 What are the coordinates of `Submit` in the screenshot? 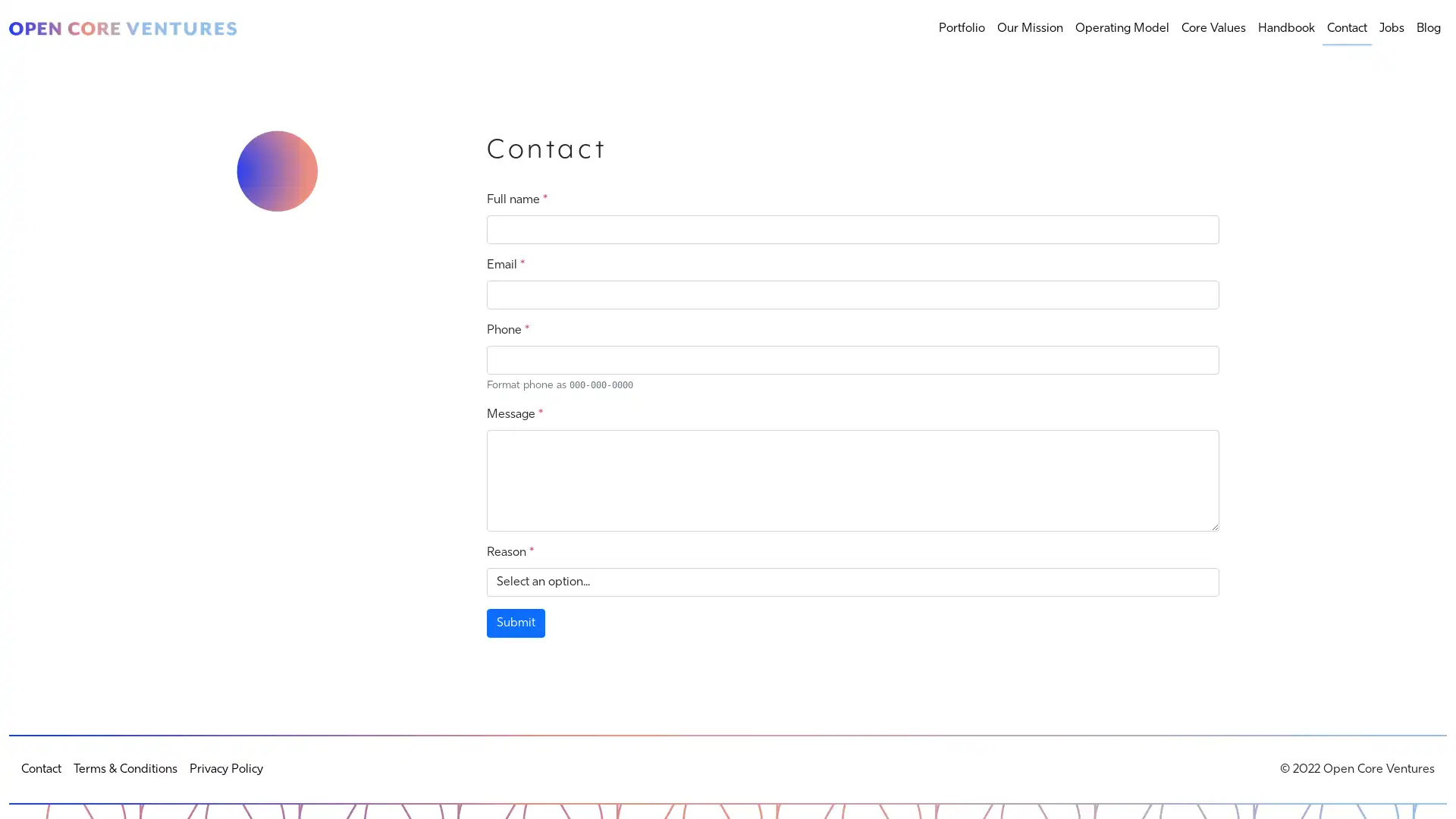 It's located at (516, 623).